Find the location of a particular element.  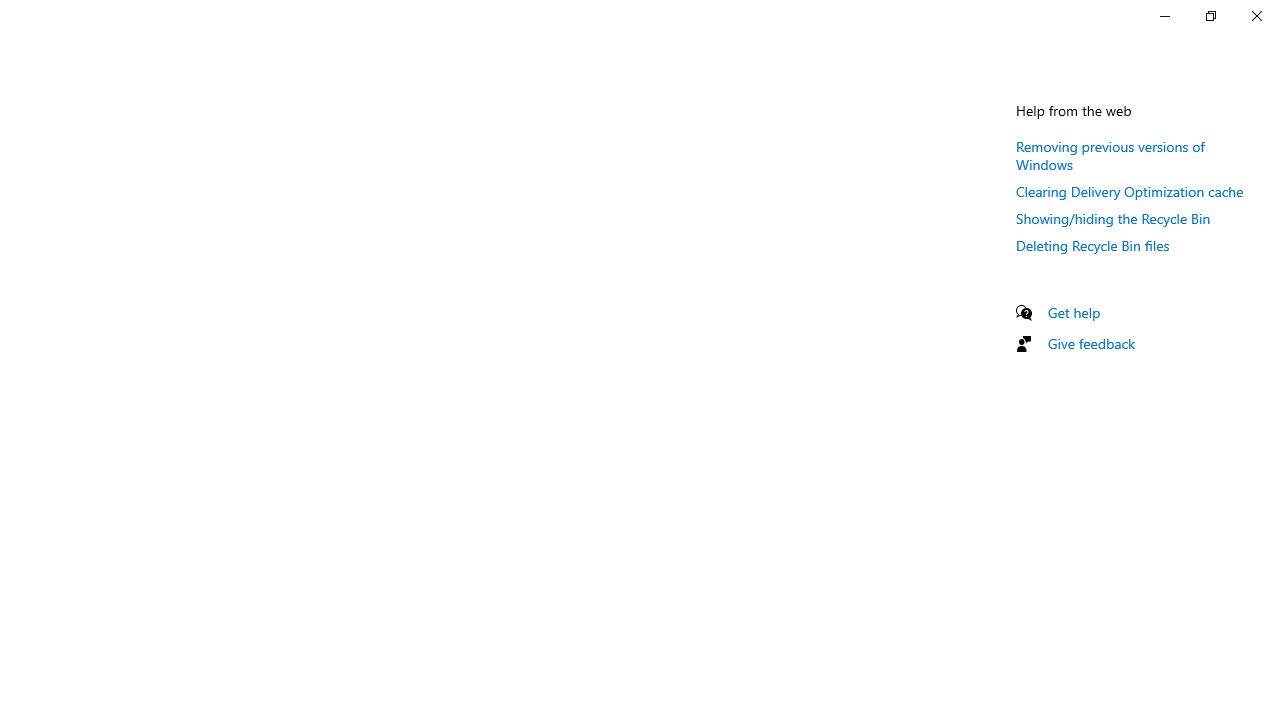

'Close Settings' is located at coordinates (1255, 15).